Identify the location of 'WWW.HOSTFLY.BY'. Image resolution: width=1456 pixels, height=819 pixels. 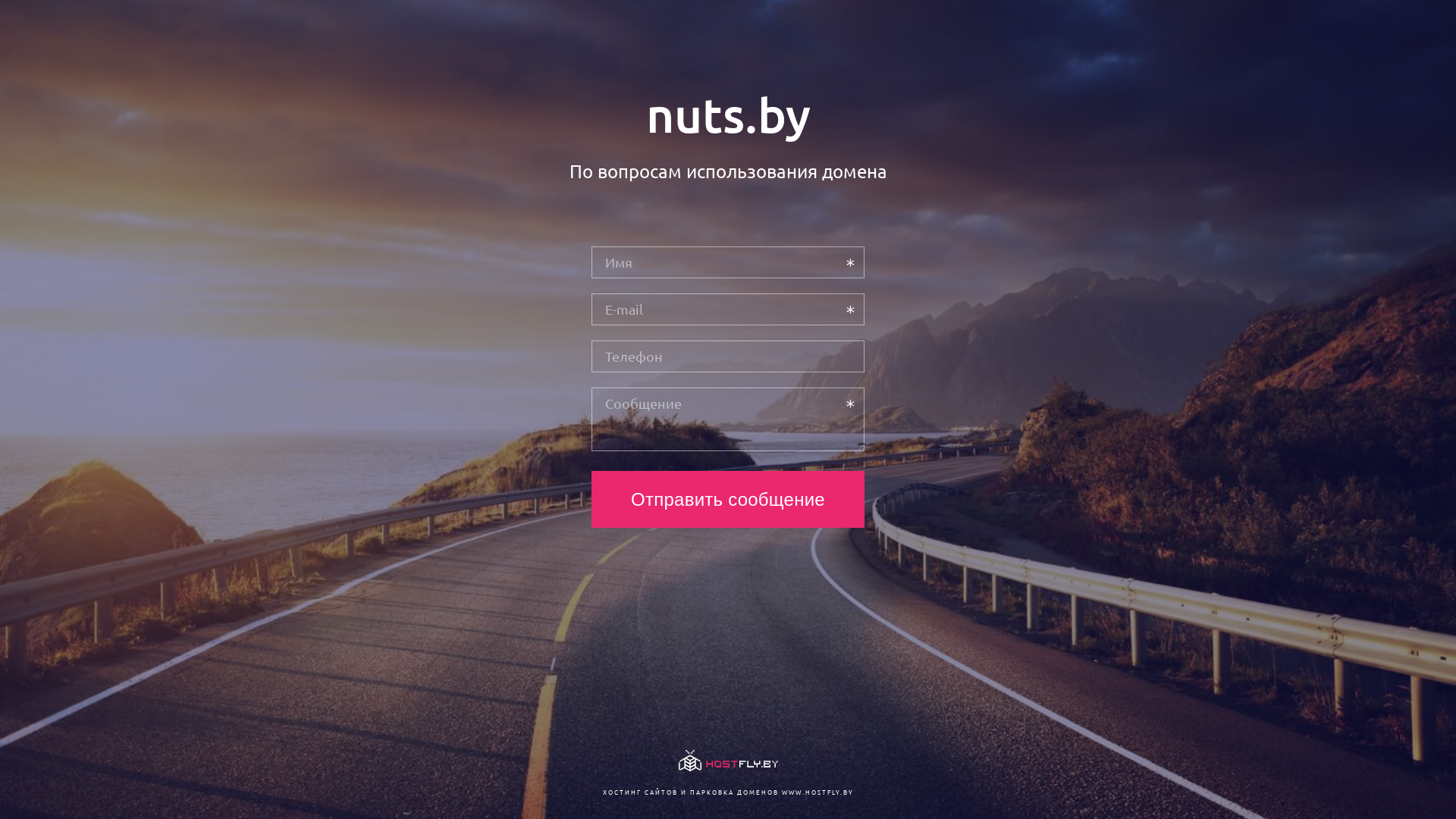
(816, 791).